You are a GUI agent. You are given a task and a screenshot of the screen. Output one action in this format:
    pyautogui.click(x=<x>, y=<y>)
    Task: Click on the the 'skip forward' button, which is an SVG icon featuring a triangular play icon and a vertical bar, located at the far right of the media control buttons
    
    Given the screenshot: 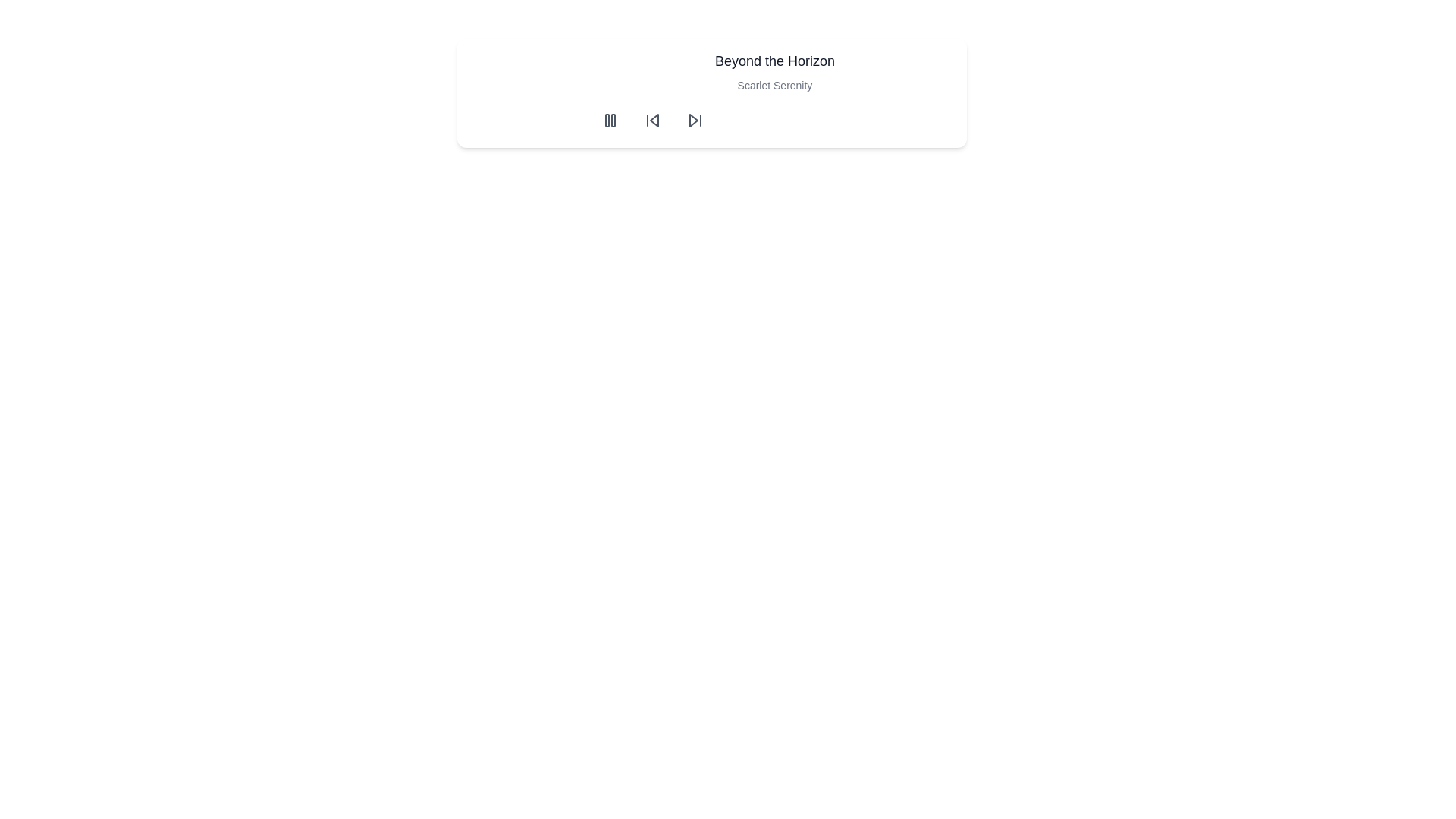 What is the action you would take?
    pyautogui.click(x=694, y=119)
    